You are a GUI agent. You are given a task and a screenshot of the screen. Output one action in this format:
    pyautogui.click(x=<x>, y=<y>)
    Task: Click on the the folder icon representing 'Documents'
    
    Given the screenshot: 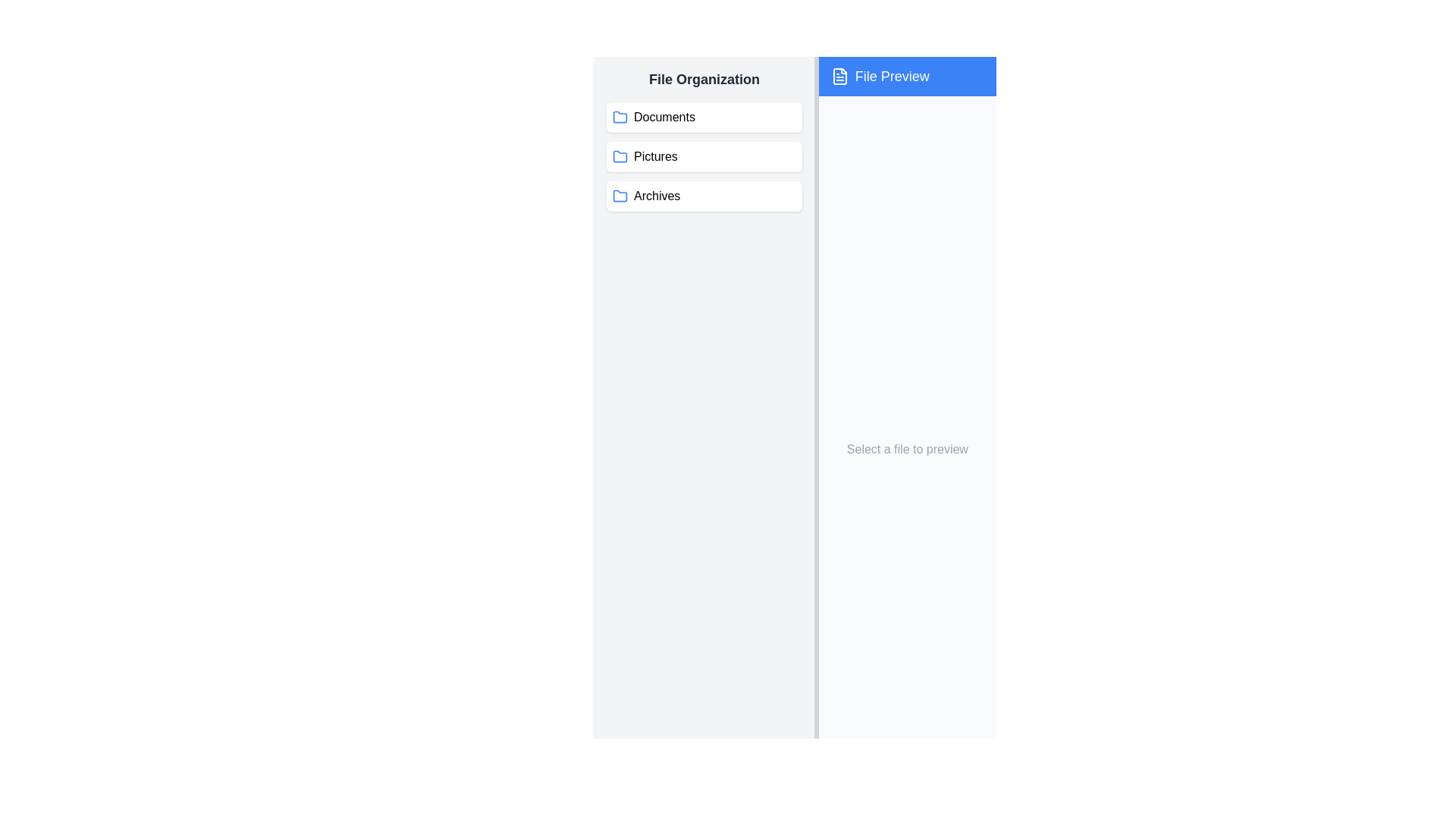 What is the action you would take?
    pyautogui.click(x=620, y=116)
    